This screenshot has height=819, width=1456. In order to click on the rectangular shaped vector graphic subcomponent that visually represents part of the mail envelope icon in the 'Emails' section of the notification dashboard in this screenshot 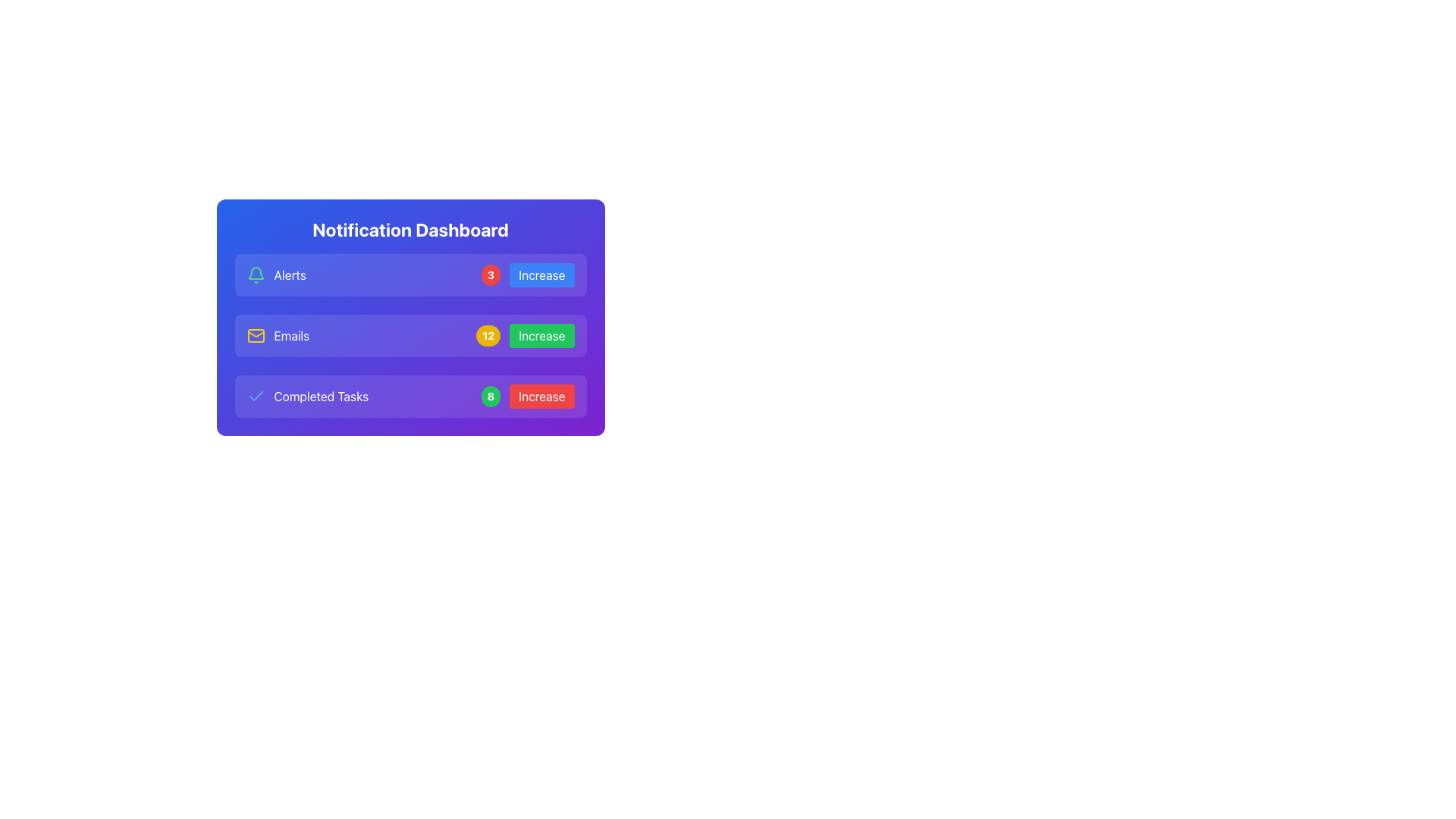, I will do `click(256, 335)`.